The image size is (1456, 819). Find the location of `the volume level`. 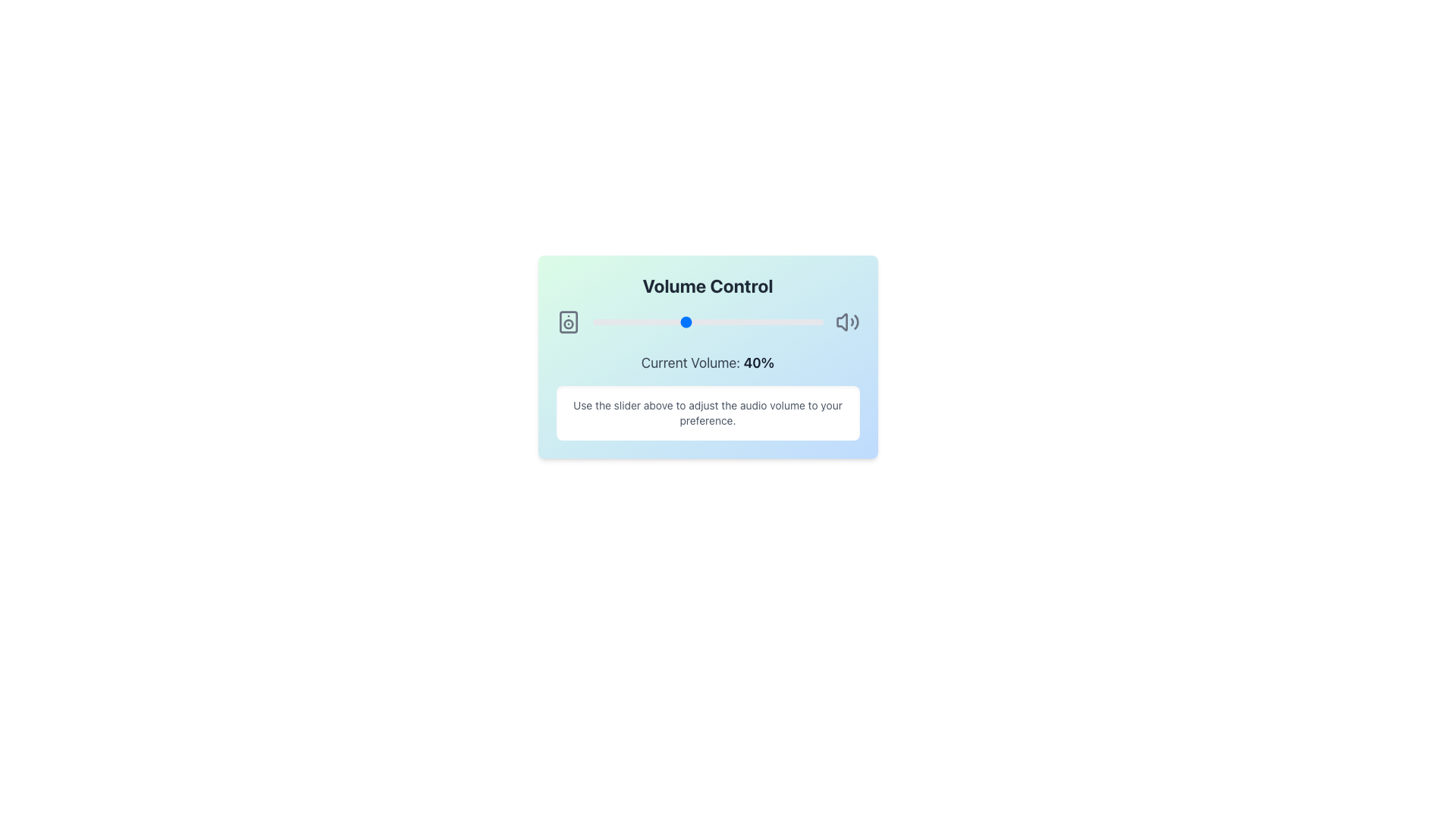

the volume level is located at coordinates (636, 321).